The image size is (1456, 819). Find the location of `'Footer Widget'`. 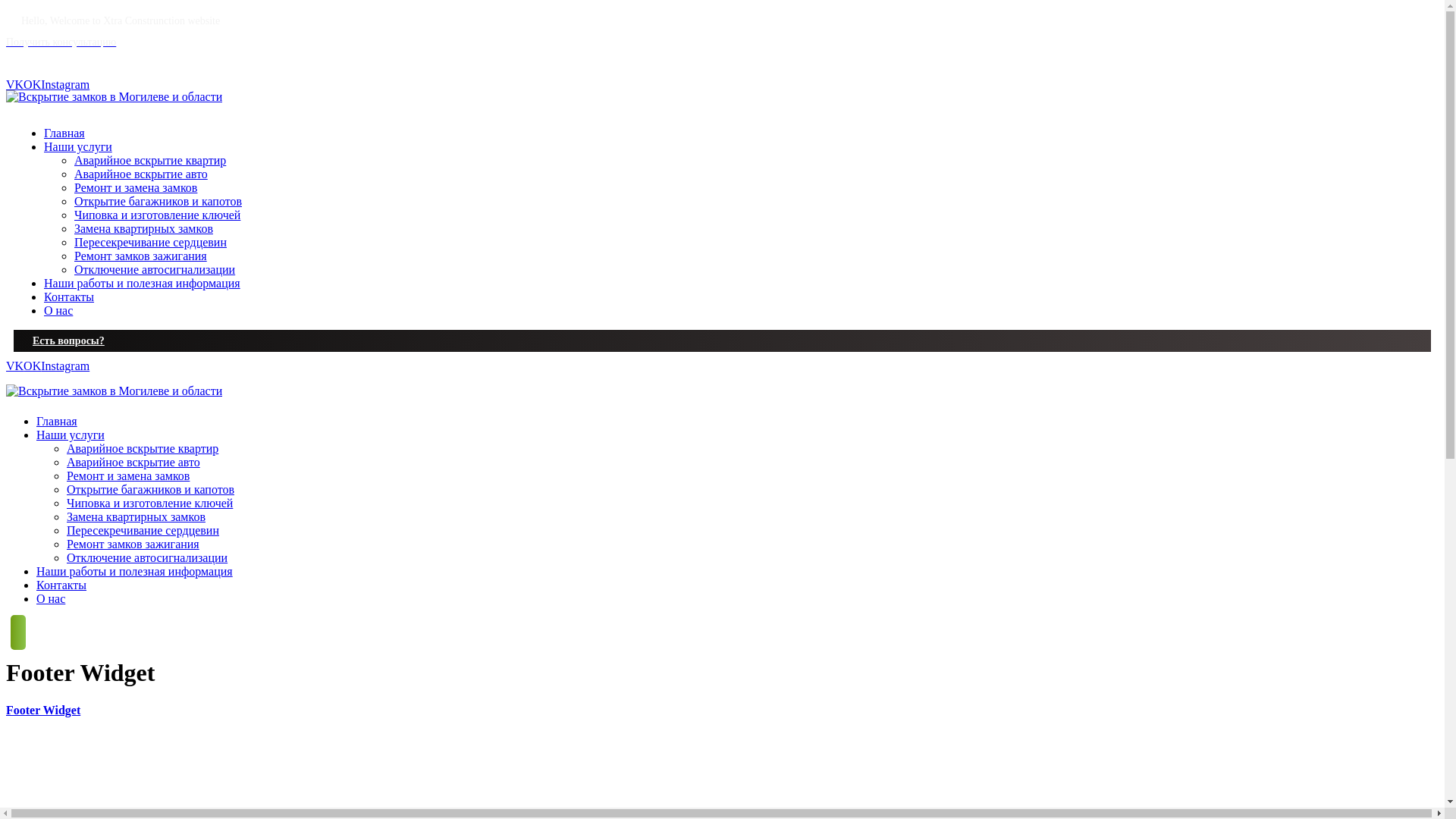

'Footer Widget' is located at coordinates (43, 710).